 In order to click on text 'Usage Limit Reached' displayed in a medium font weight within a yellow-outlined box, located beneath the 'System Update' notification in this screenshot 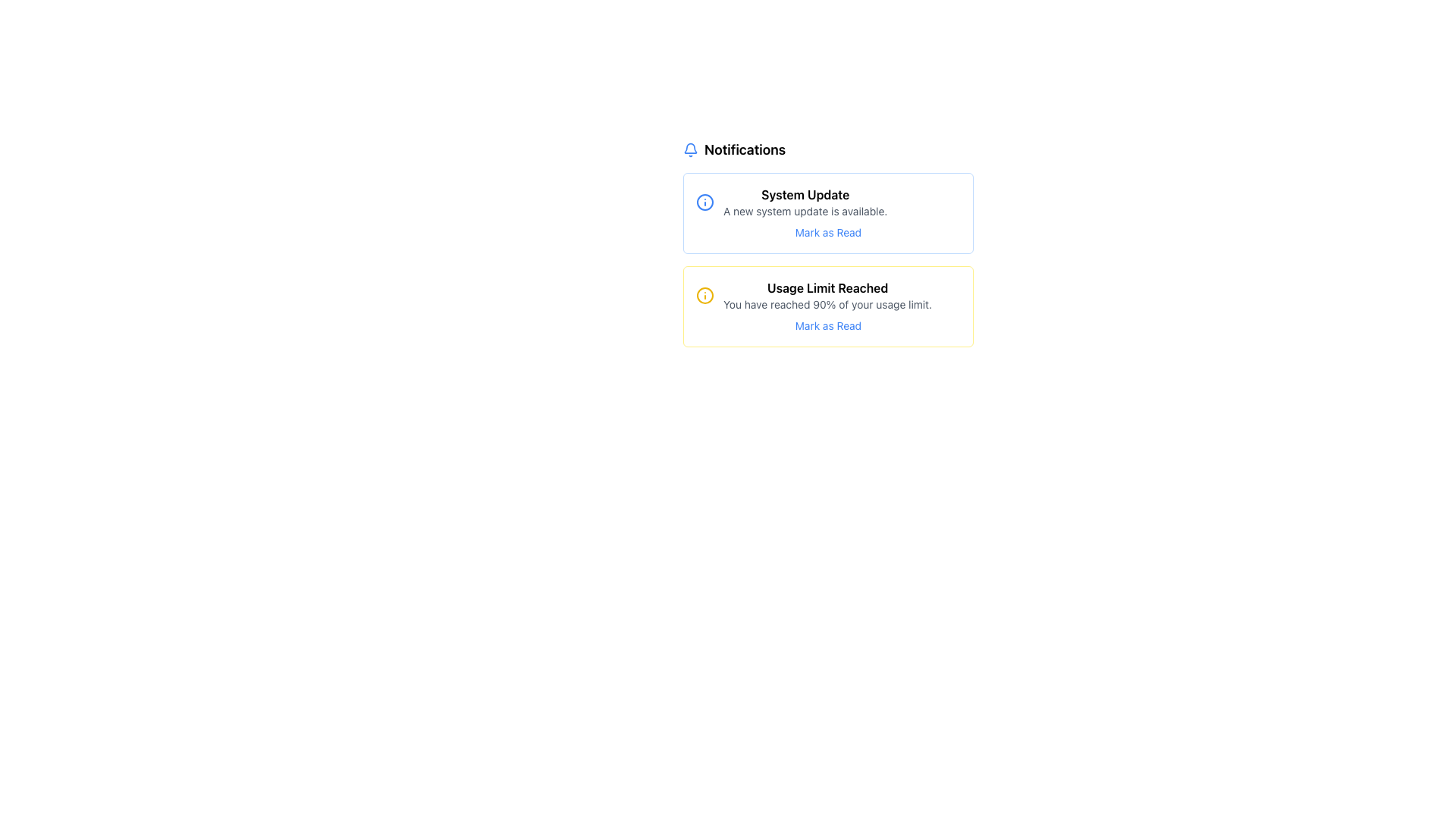, I will do `click(827, 288)`.